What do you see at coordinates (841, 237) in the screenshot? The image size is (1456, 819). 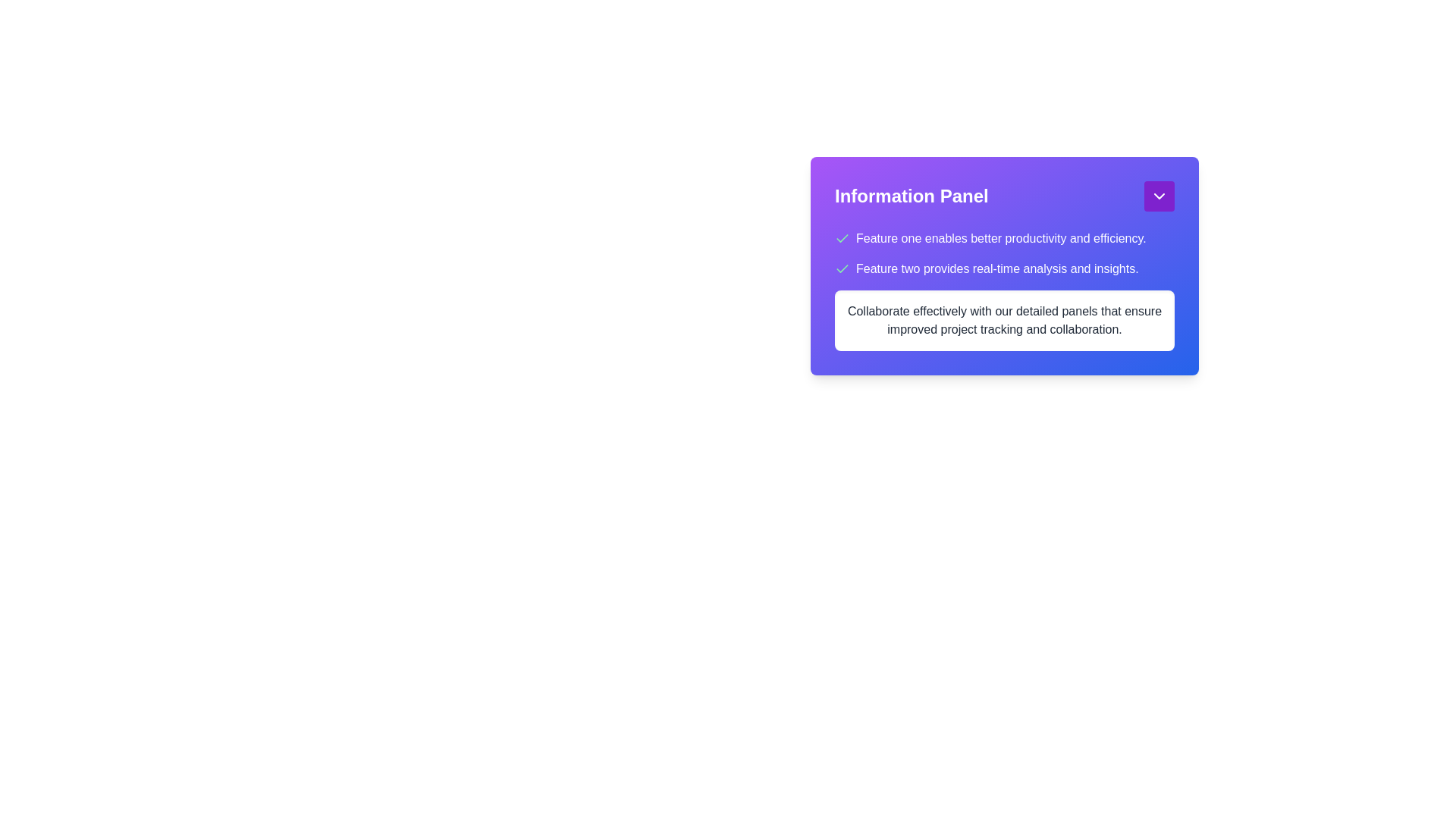 I see `the checkmark icon with a thick green line indicating completion, located in the second row under the 'Information Panel' next to the text 'Feature two provides real-time analysis and insights.'` at bounding box center [841, 237].